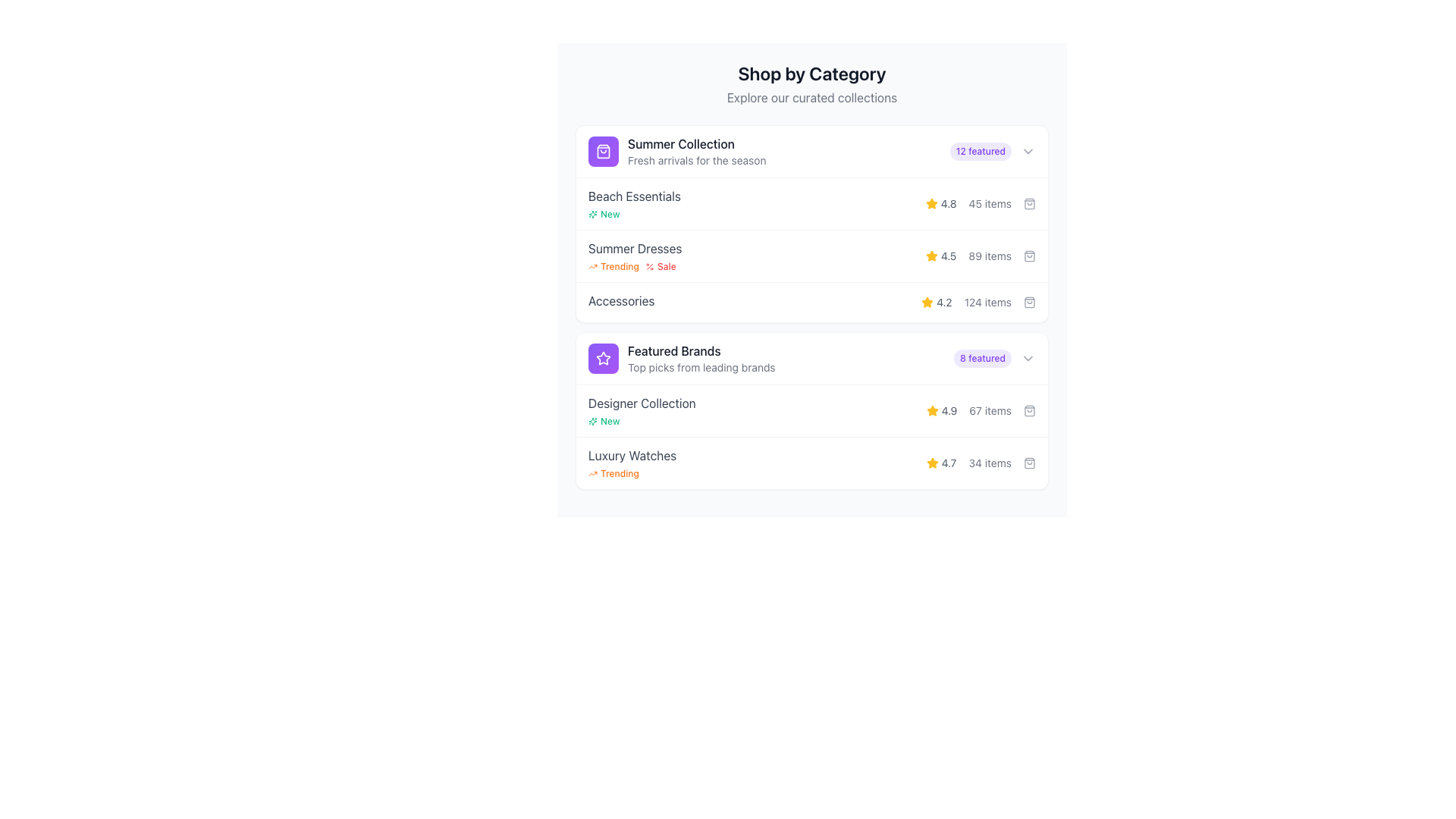 The image size is (1456, 819). What do you see at coordinates (621, 301) in the screenshot?
I see `the text label displaying 'Accessories' which is styled with a dark gray color and changes to violet on hover. It is the third item in the vertical list under 'Summer Collection'` at bounding box center [621, 301].